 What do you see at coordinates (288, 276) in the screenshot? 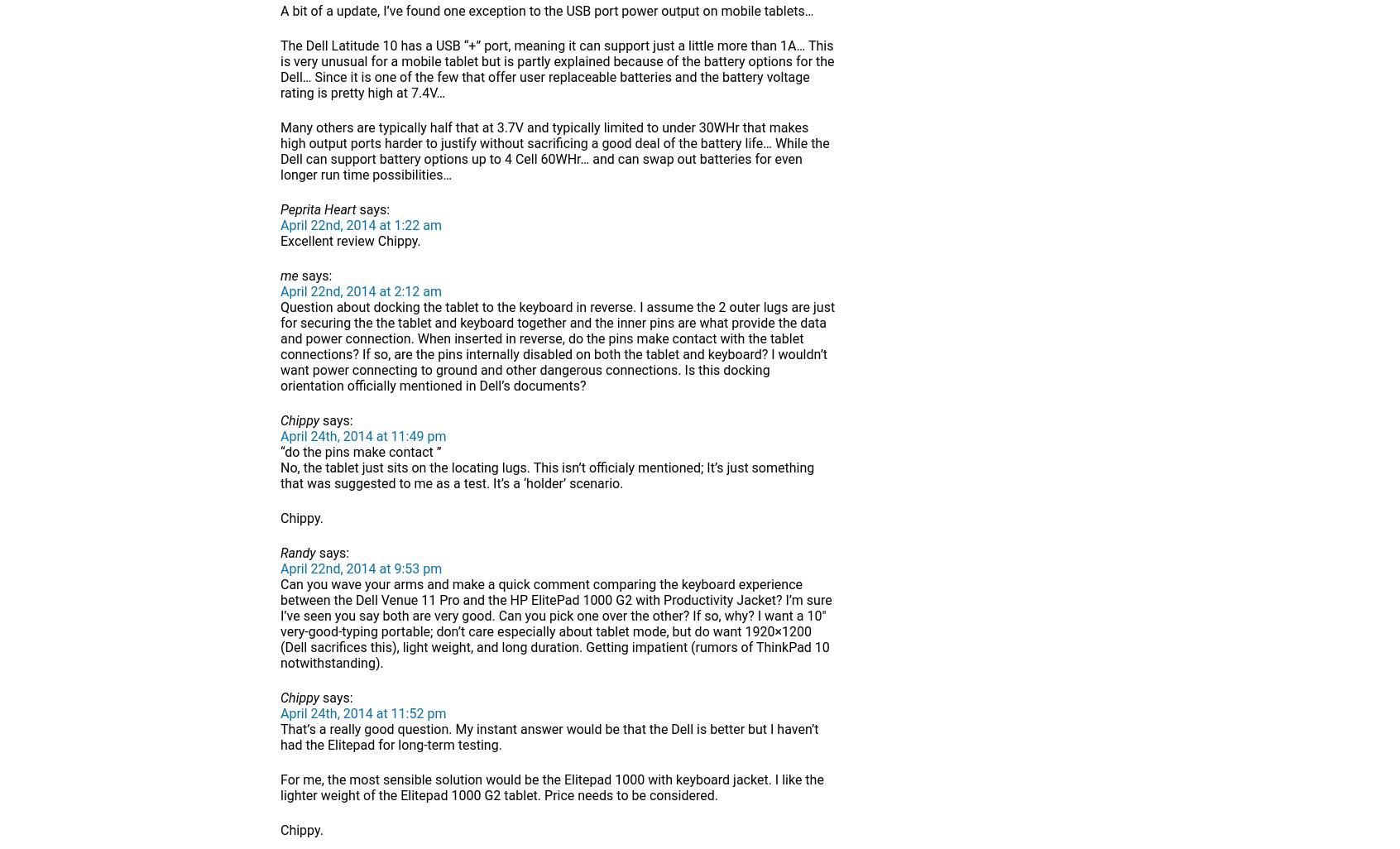
I see `'me'` at bounding box center [288, 276].